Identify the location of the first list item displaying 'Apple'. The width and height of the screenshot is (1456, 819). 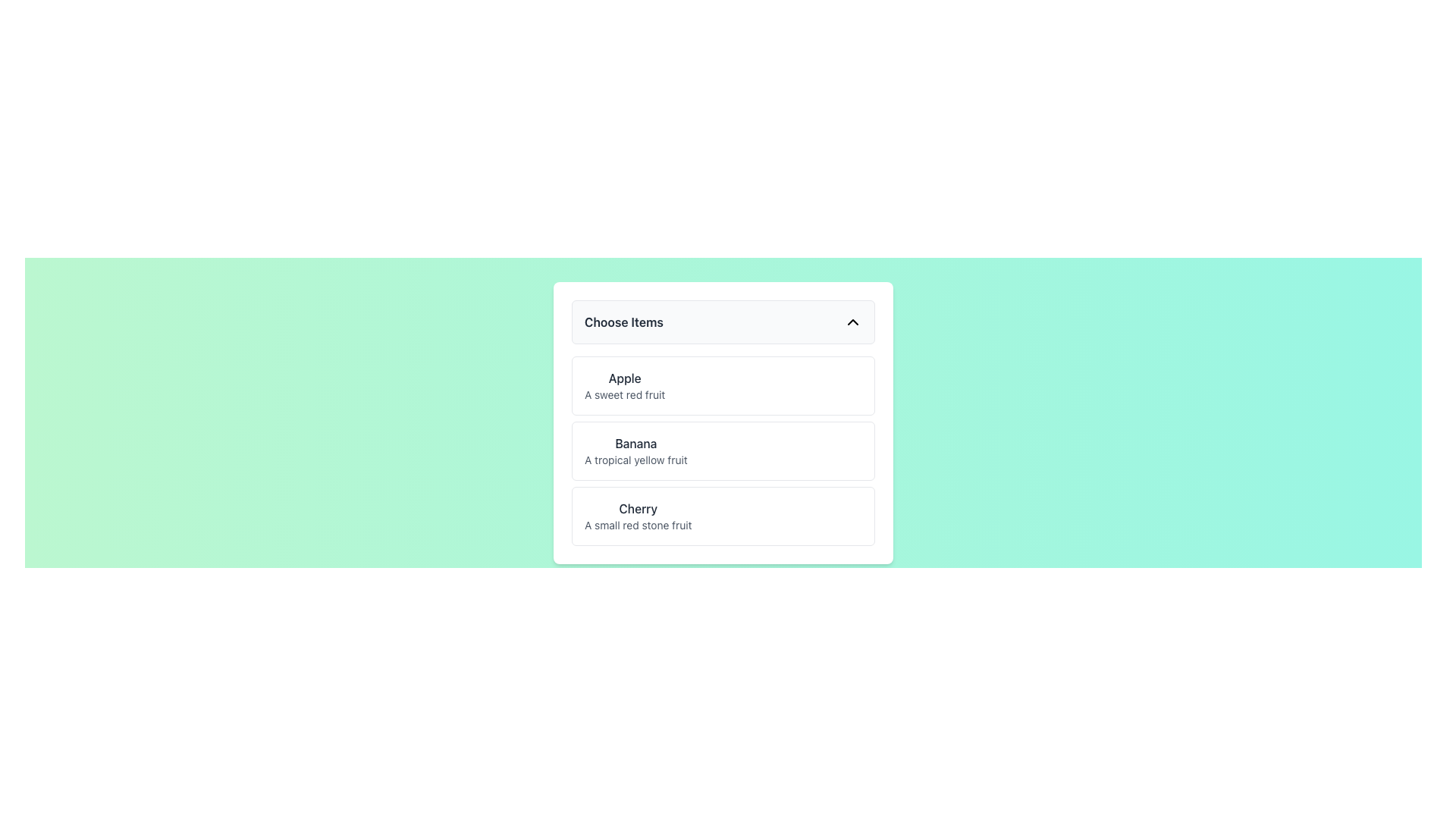
(723, 385).